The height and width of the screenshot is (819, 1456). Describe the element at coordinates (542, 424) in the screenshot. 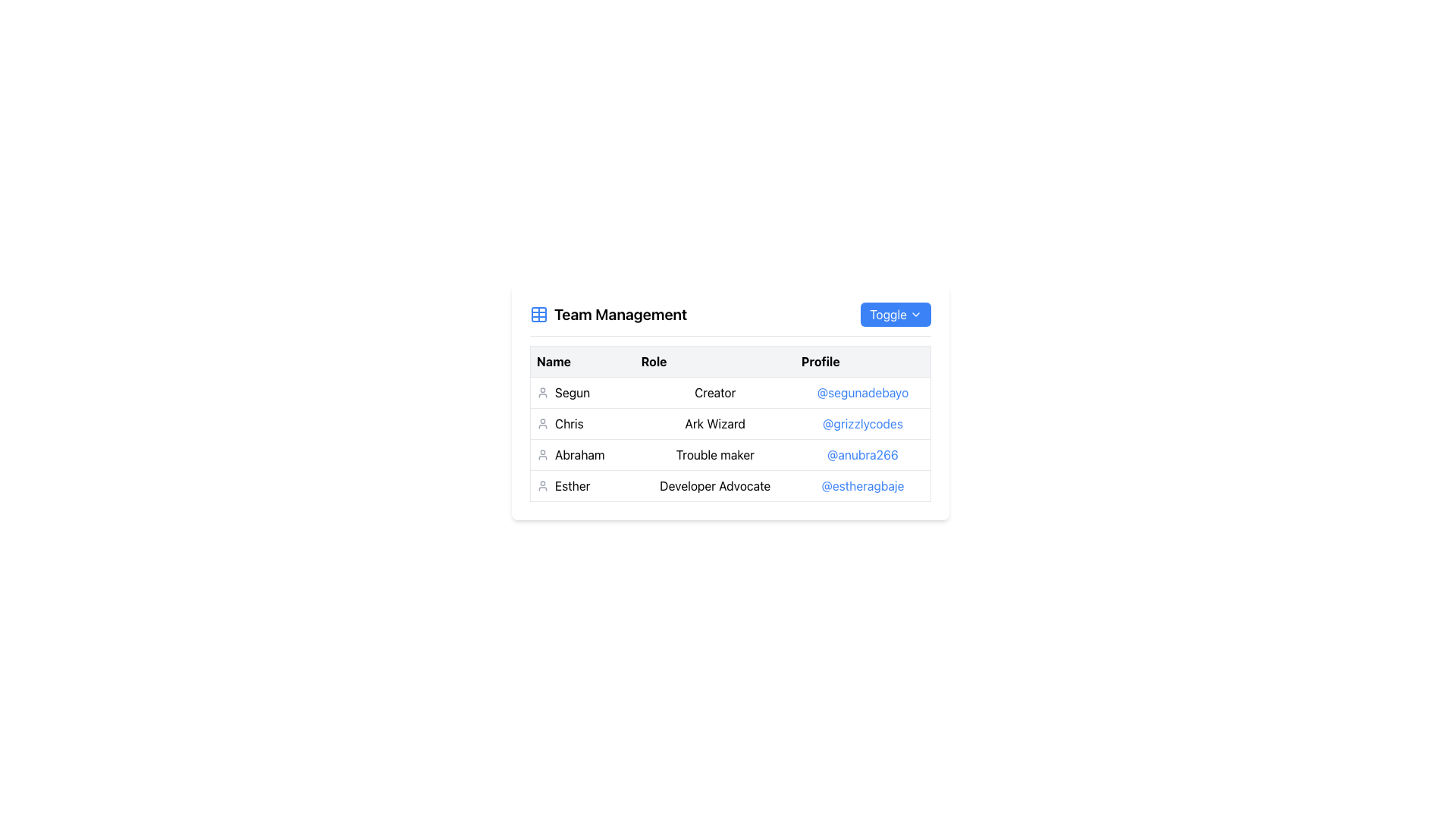

I see `the user icon associated with the row containing the name 'Chris', the role 'Ark Wizard', and the profile '@grizzlycodes' in the 'Team Management' table to associate its context with the row information` at that location.